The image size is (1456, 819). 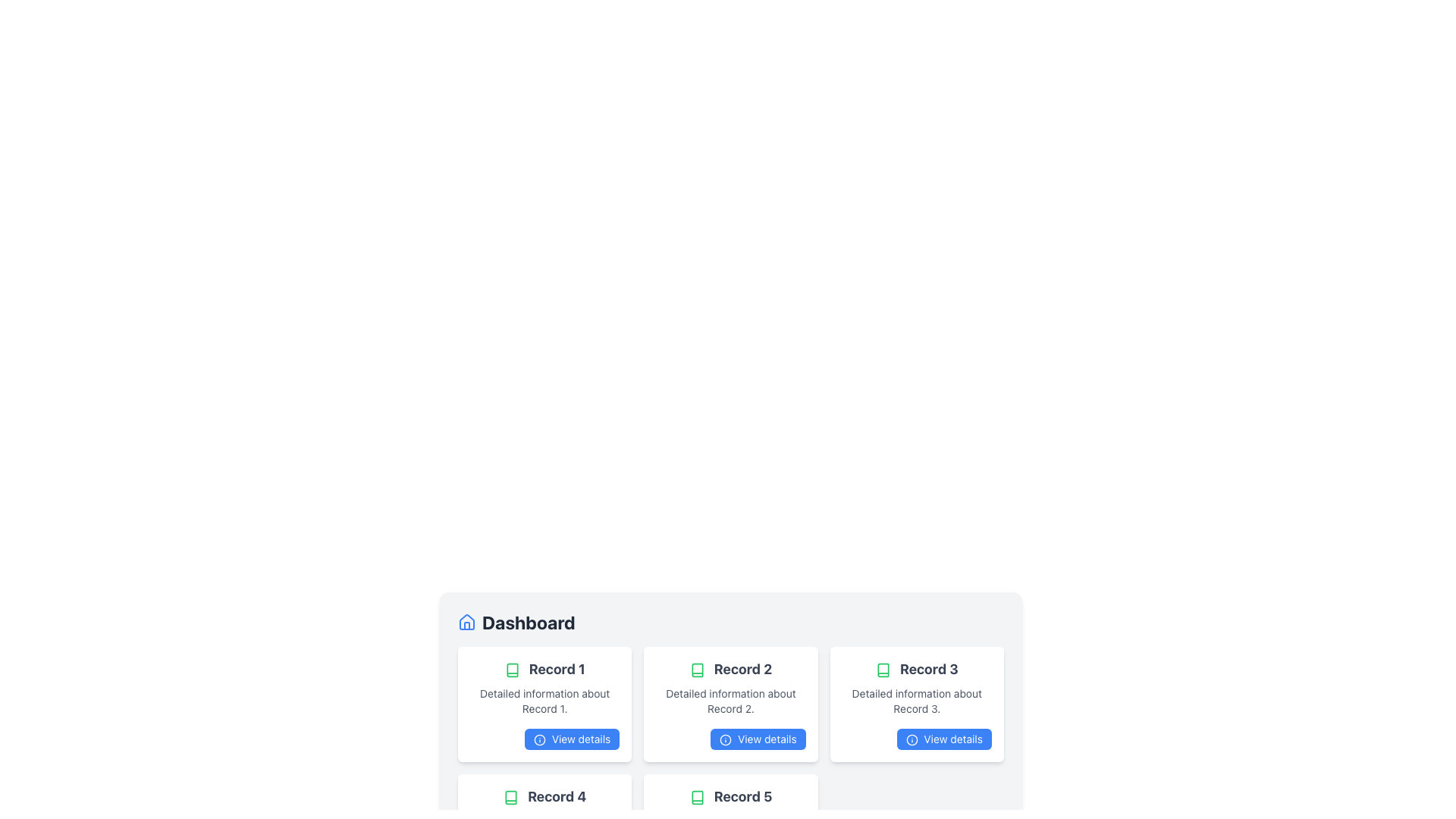 What do you see at coordinates (466, 622) in the screenshot?
I see `the 'Home' icon located to the left of the 'Dashboard' label in the interface header by clicking on it` at bounding box center [466, 622].